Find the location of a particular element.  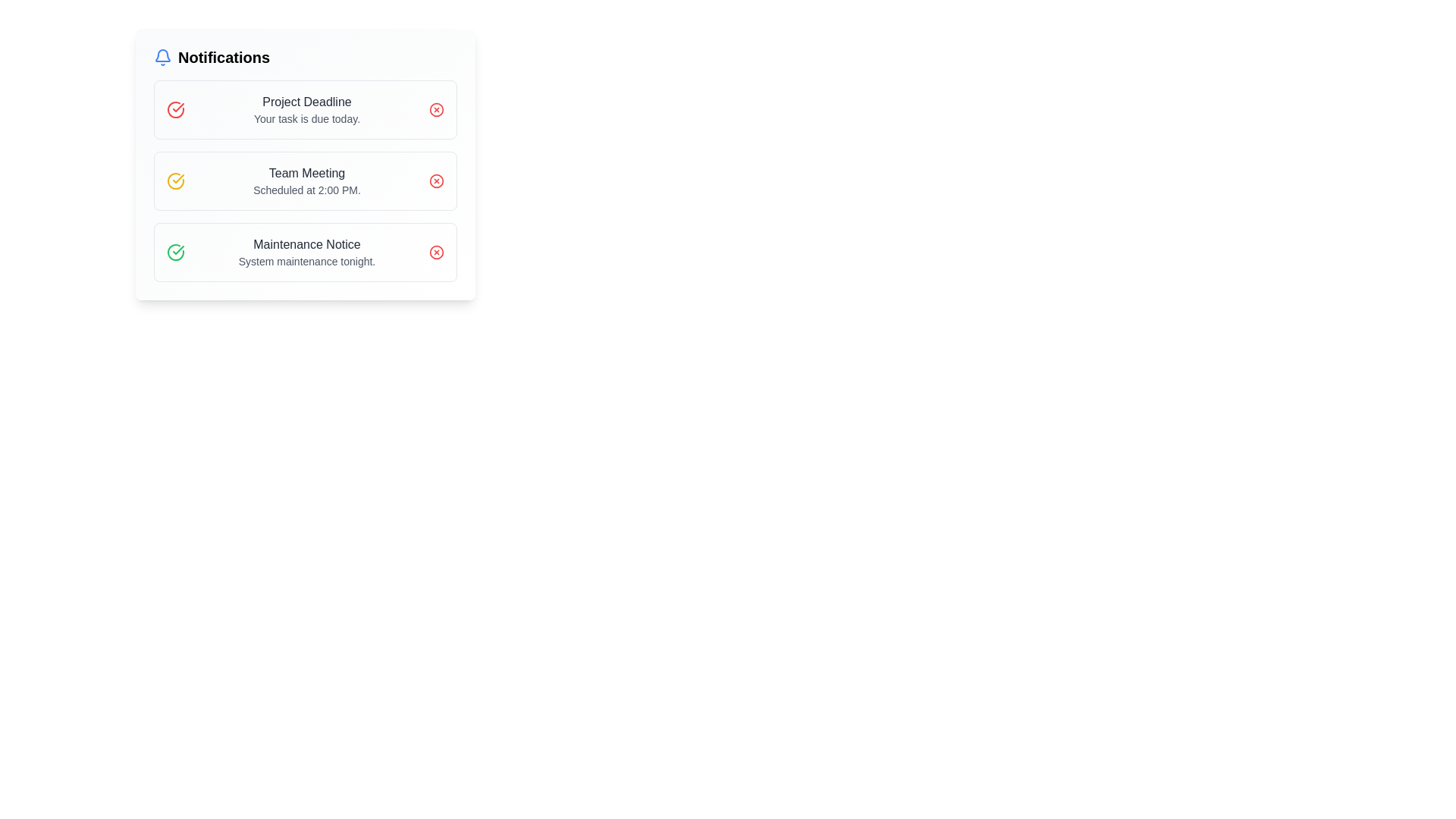

the blue bell icon representing notifications, which is located beside the text 'Notifications' is located at coordinates (163, 57).